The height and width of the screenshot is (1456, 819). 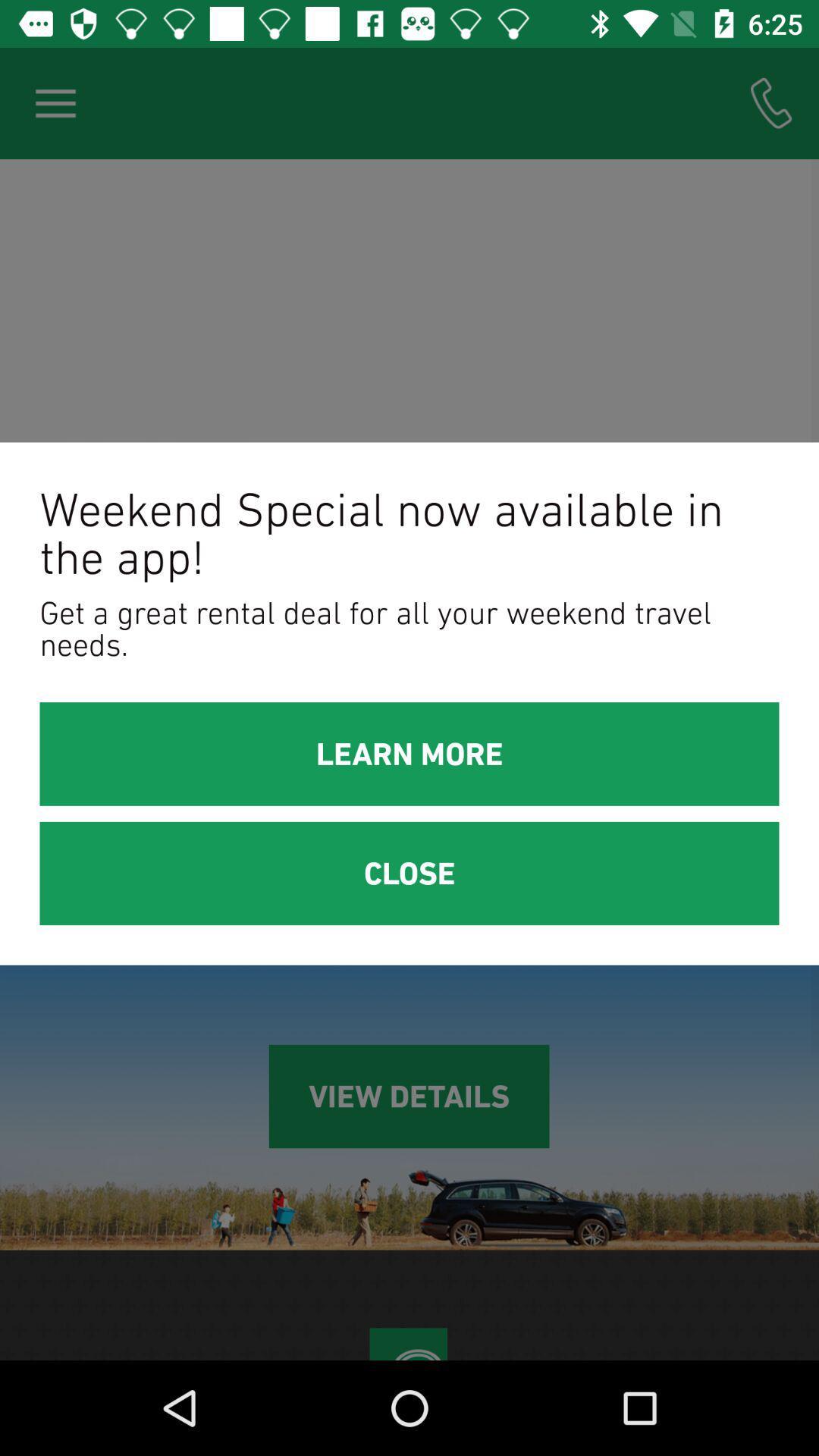 I want to click on the learn more item, so click(x=409, y=754).